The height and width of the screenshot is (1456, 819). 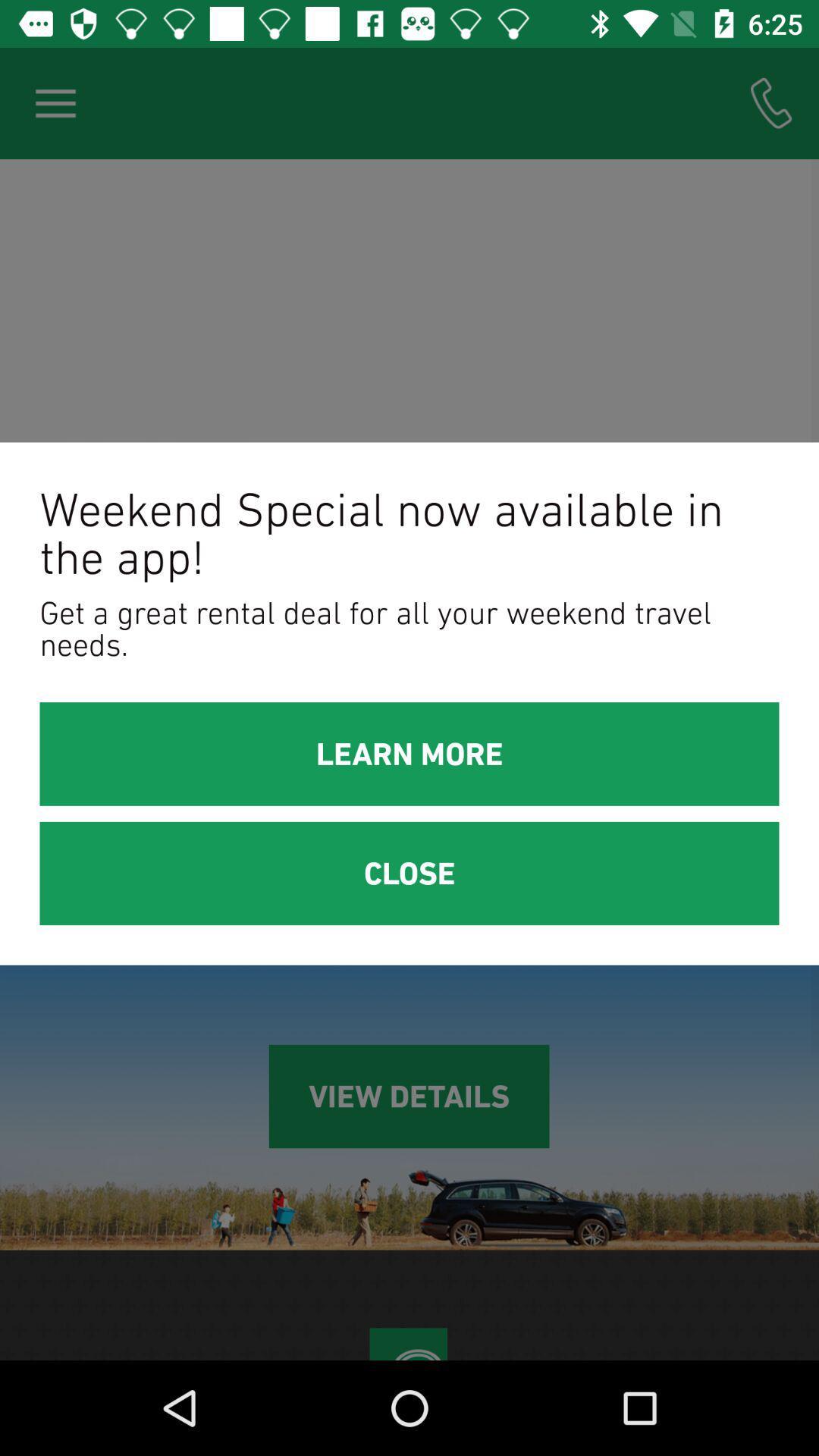 I want to click on the learn more item, so click(x=409, y=754).